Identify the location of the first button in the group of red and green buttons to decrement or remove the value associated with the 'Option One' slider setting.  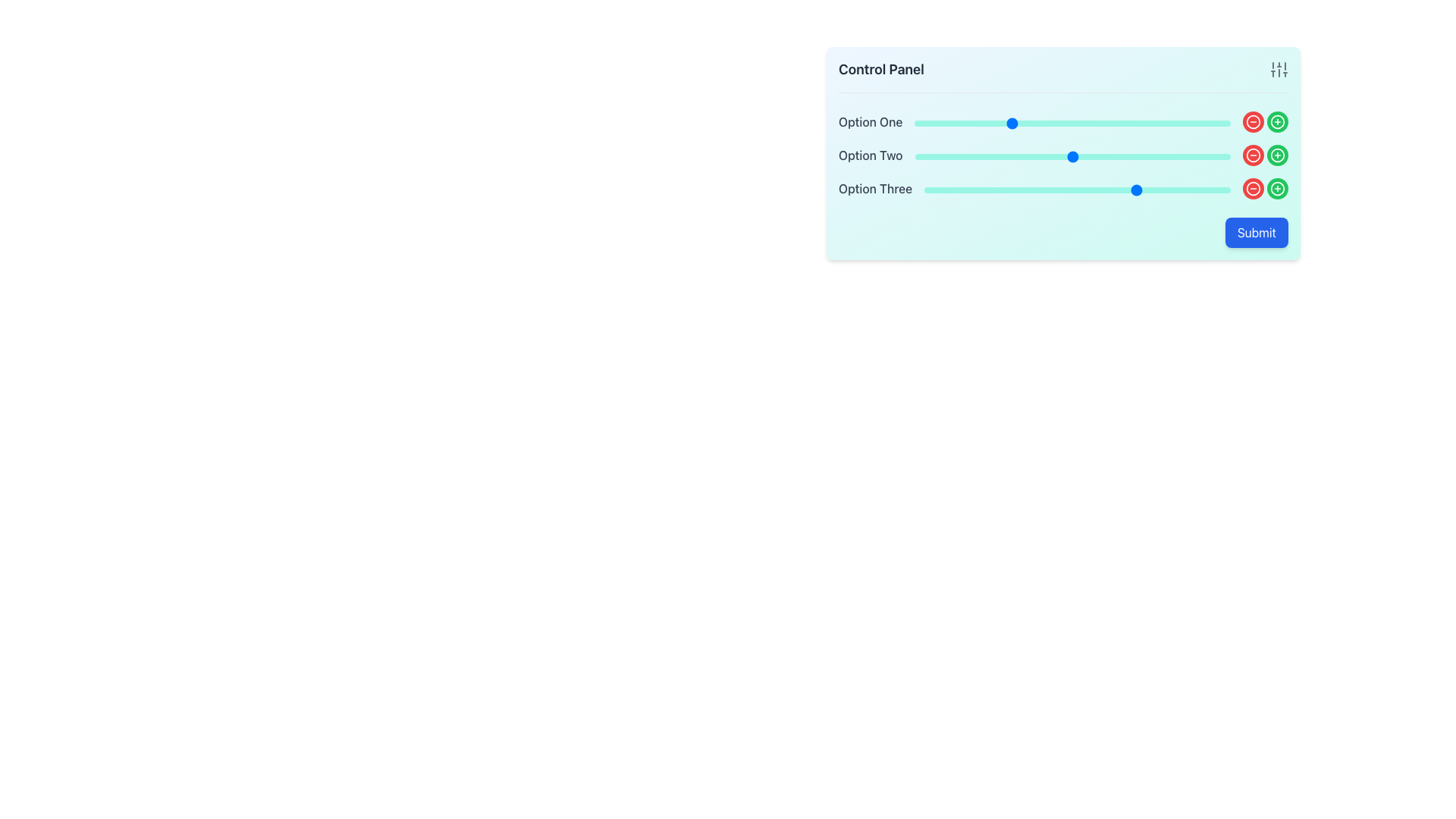
(1253, 121).